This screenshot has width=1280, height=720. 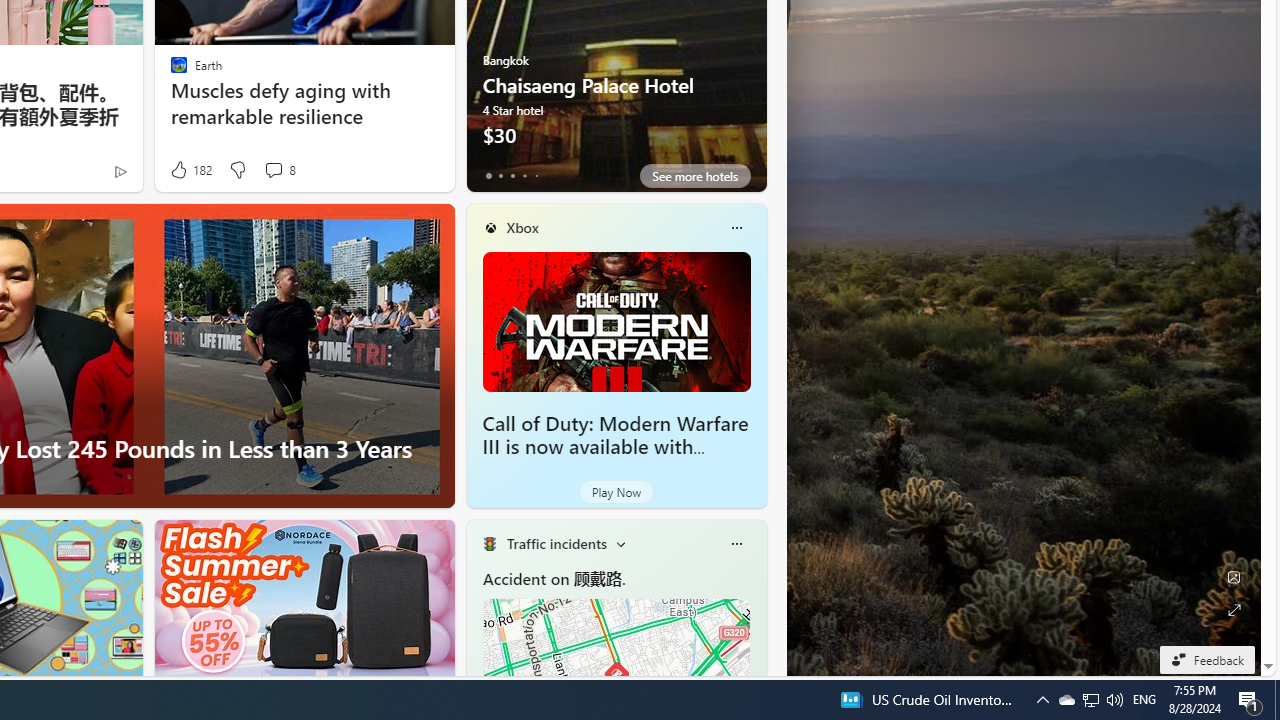 I want to click on 'Traffic Title Traffic Light', so click(x=489, y=543).